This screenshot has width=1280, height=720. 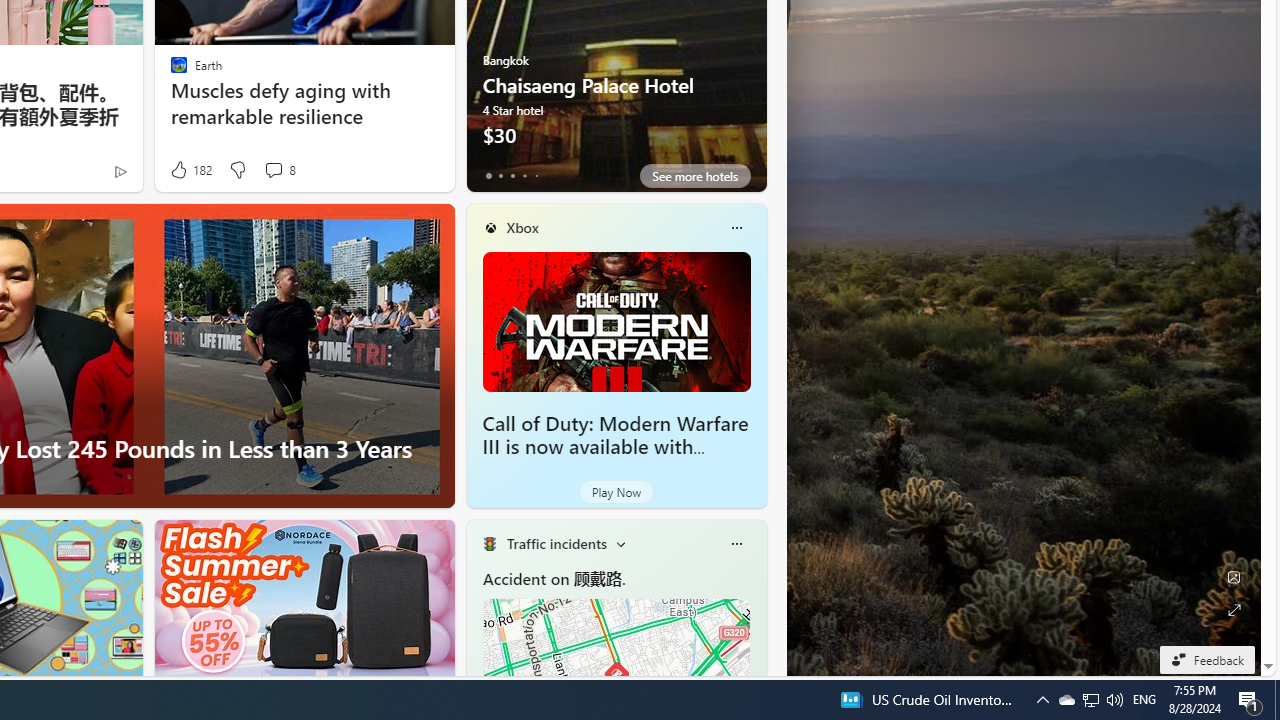 I want to click on 'Traffic Title Traffic Light', so click(x=489, y=543).